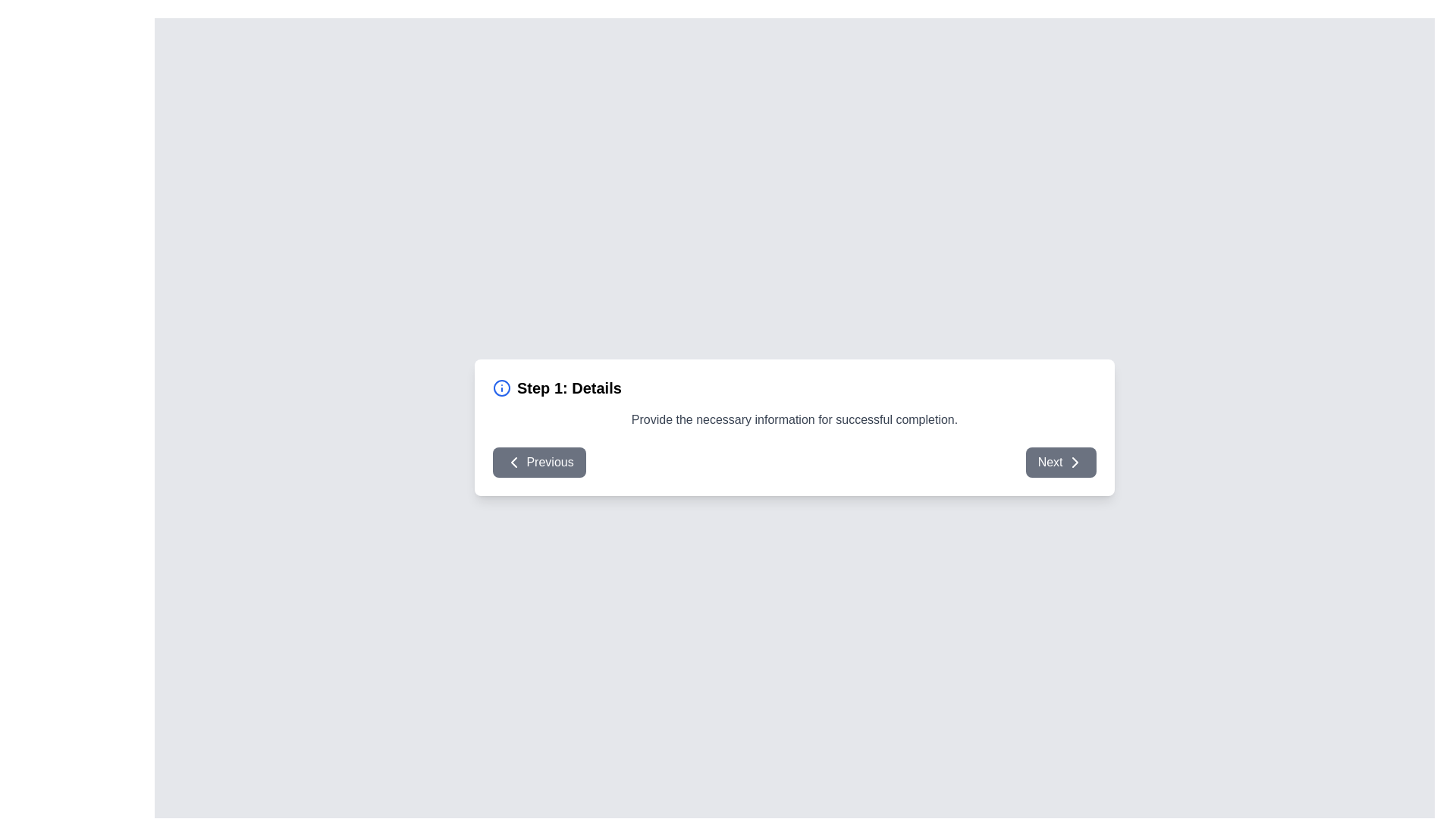 The height and width of the screenshot is (819, 1456). What do you see at coordinates (793, 419) in the screenshot?
I see `the static text label stating 'Provide the necessary information for successful completion.' for reading its content` at bounding box center [793, 419].